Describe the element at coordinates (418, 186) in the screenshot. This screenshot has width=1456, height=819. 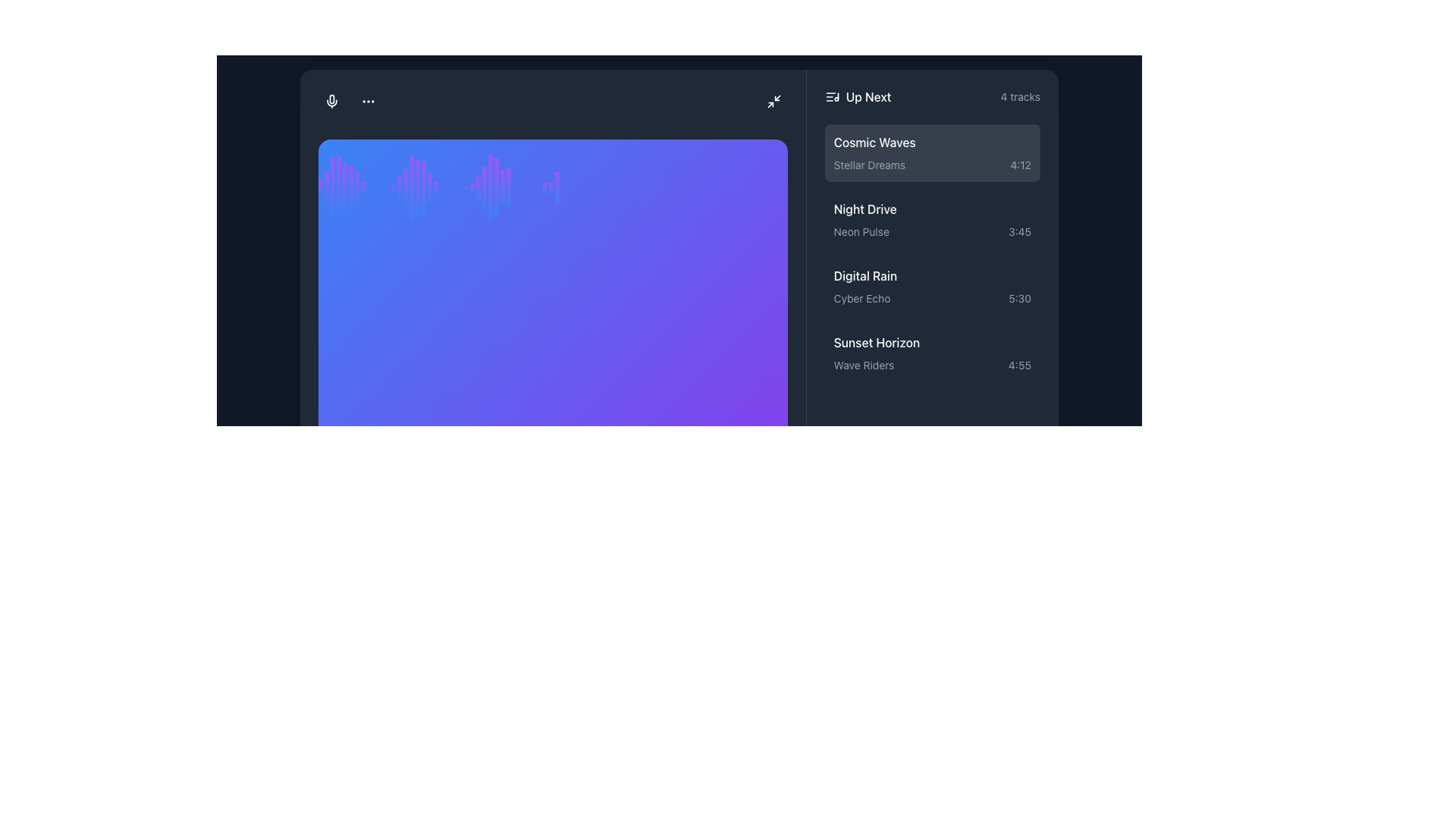
I see `the 17th vertical waveform bar, which is characterized by a gradient color scheme transitioning from blue at the base to purple at the top, making it taller than the adjacent bars` at that location.